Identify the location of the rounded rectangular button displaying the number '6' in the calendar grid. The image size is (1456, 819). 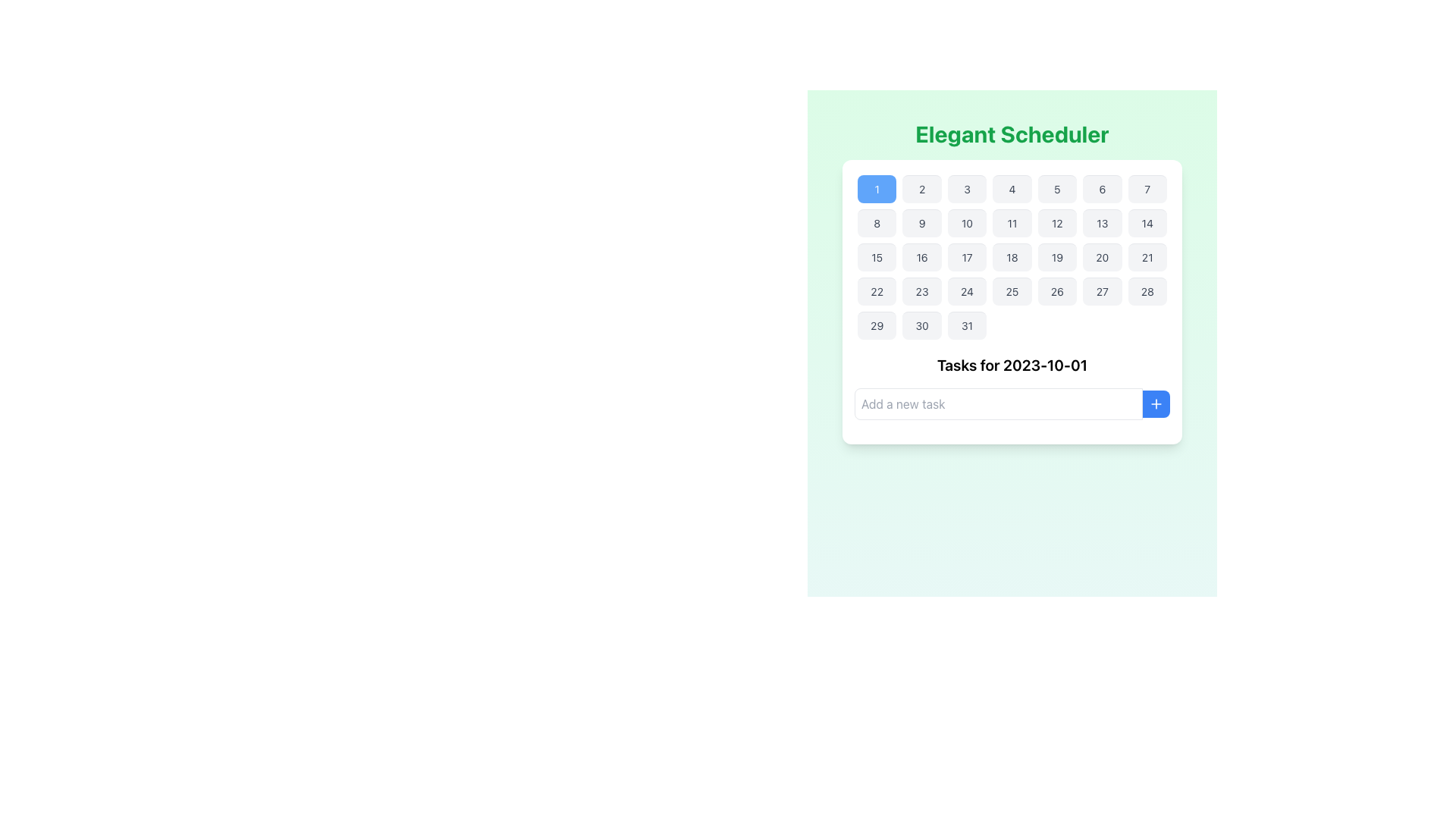
(1102, 188).